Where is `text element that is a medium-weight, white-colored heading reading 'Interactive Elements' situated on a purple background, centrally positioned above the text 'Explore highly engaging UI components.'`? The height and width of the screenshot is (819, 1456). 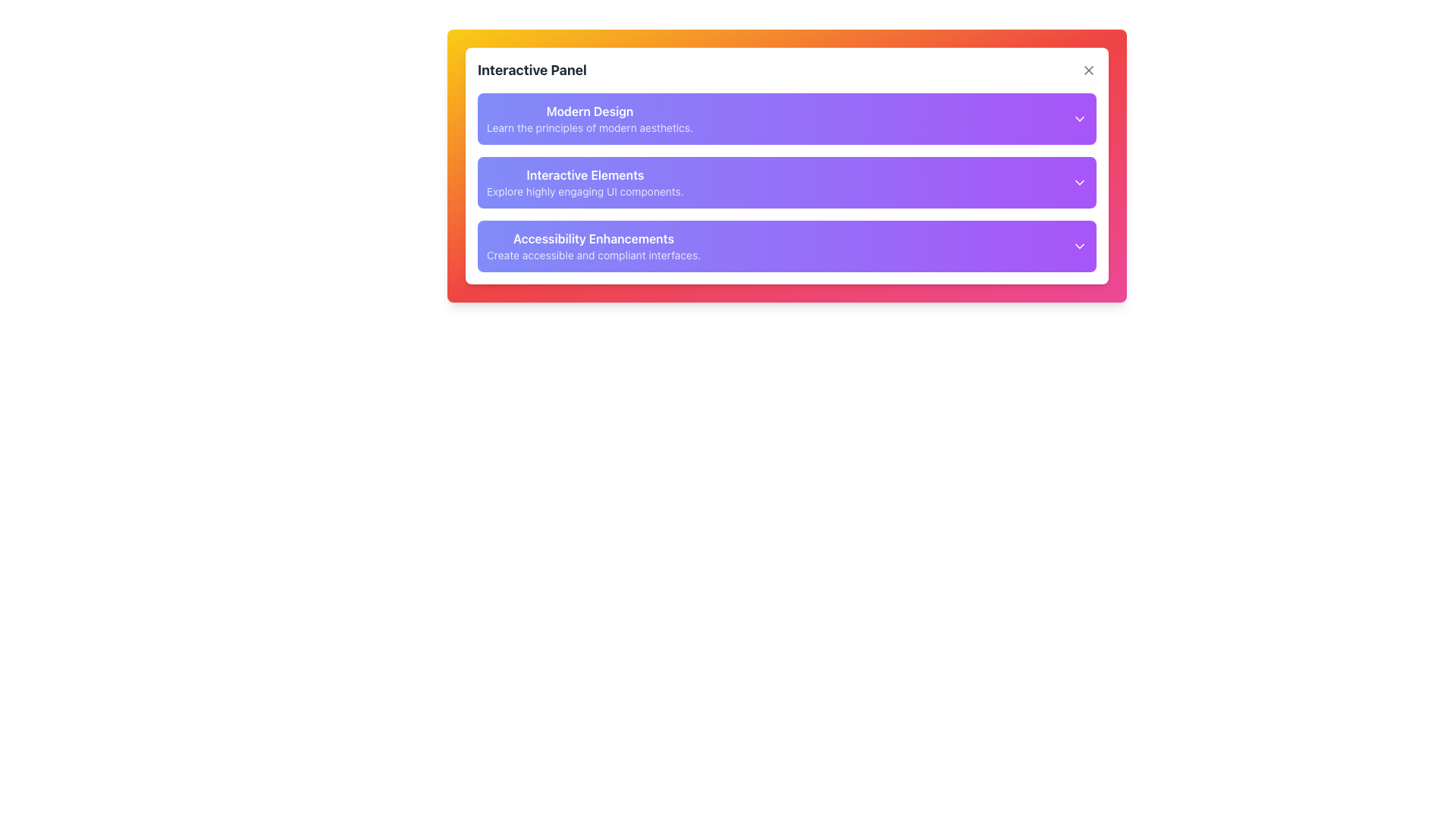 text element that is a medium-weight, white-colored heading reading 'Interactive Elements' situated on a purple background, centrally positioned above the text 'Explore highly engaging UI components.' is located at coordinates (585, 174).